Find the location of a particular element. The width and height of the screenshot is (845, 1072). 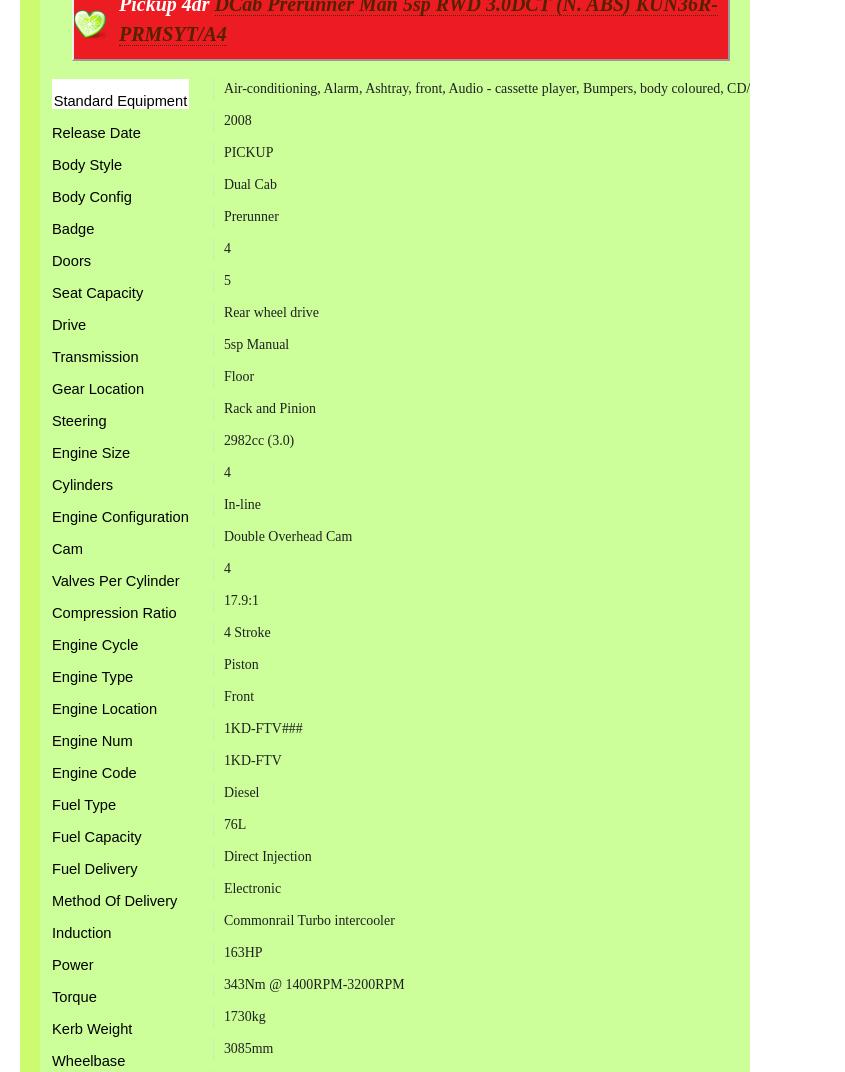

'163HP' is located at coordinates (241, 951).